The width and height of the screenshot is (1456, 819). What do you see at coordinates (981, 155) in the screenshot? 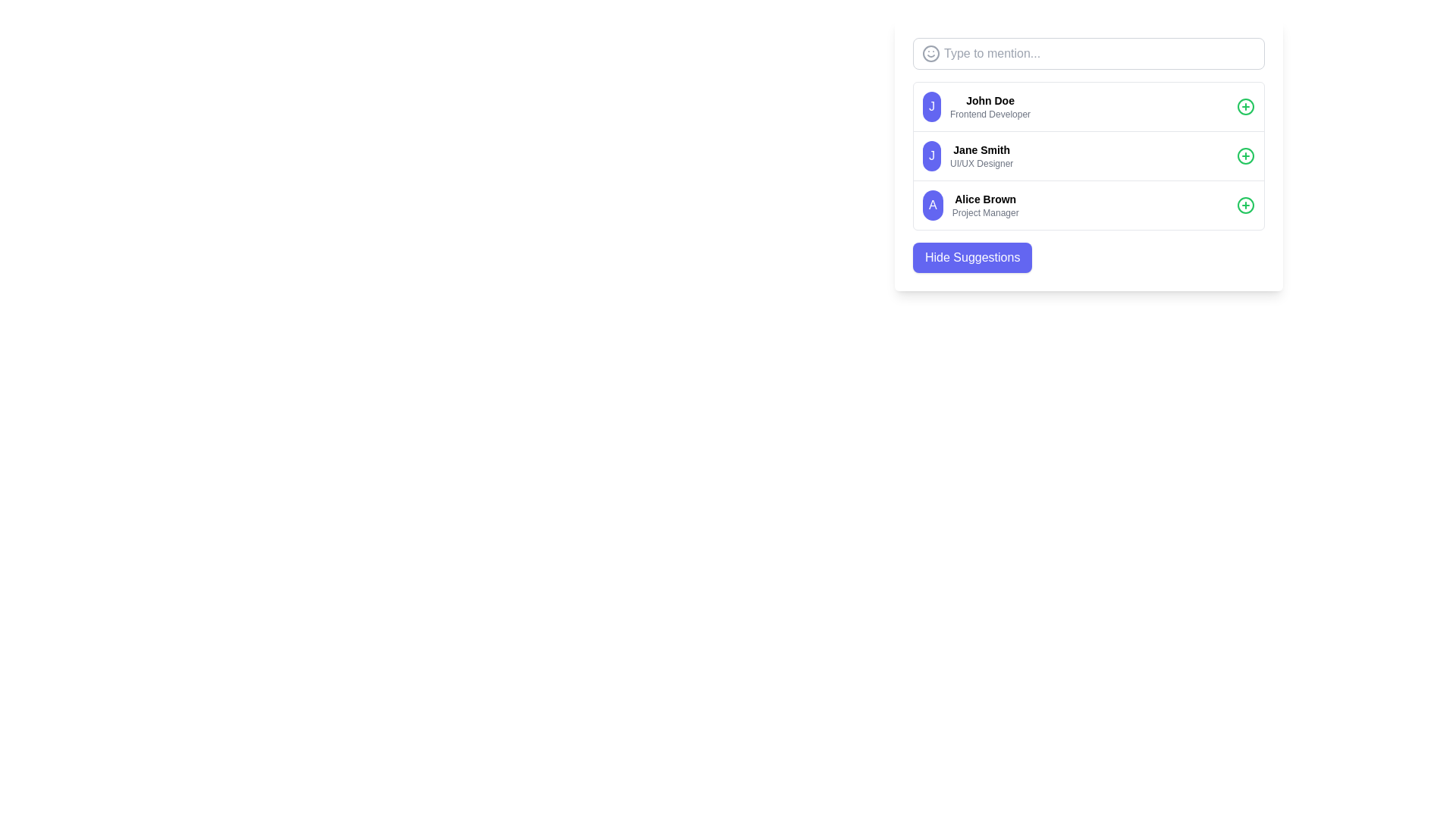
I see `the text element displaying the name and role of a UI/UX designer located in the second row of a dropdown list` at bounding box center [981, 155].